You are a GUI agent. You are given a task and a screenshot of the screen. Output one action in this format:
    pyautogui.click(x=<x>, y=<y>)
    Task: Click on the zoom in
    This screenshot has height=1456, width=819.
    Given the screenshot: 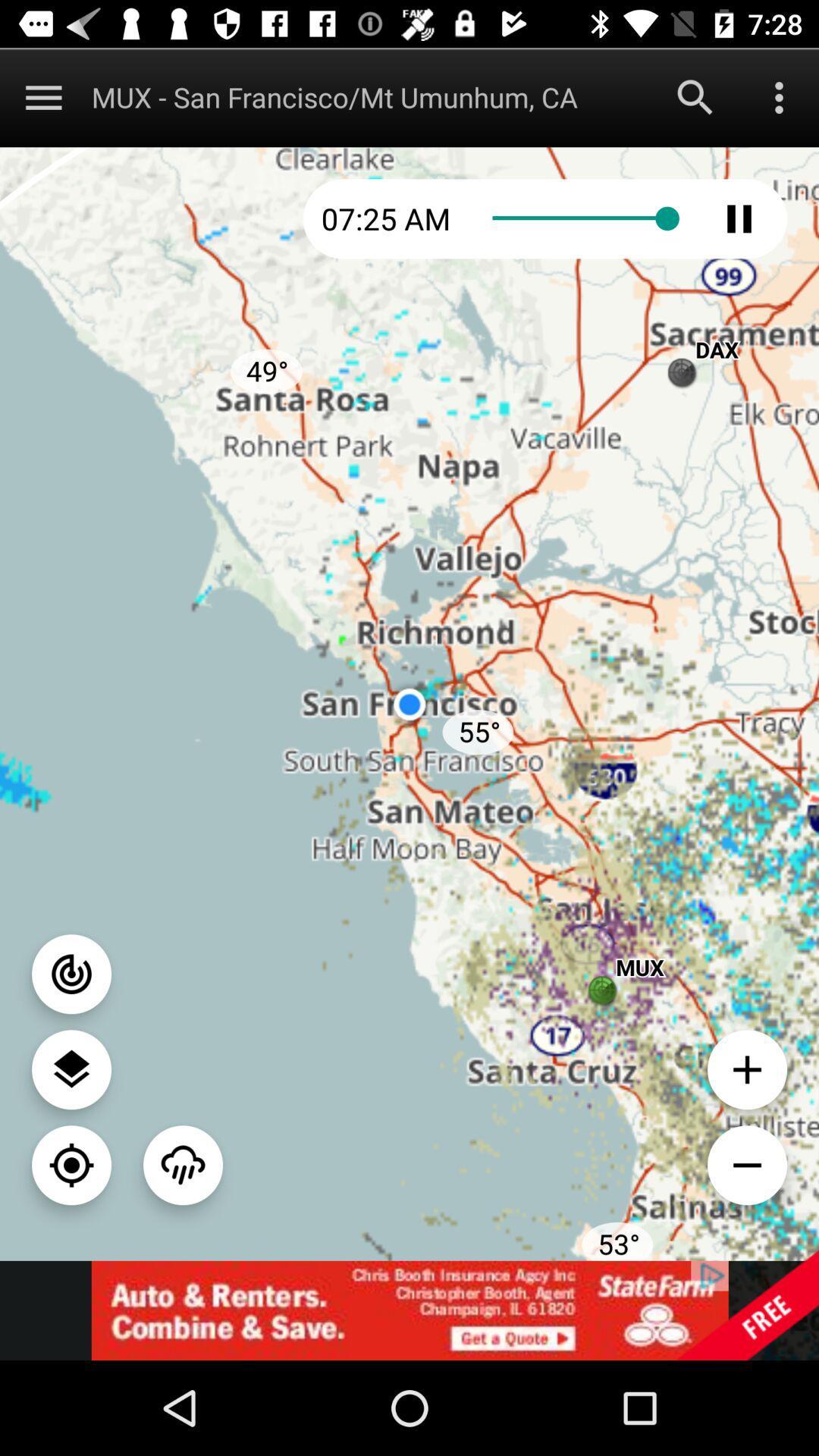 What is the action you would take?
    pyautogui.click(x=746, y=1068)
    